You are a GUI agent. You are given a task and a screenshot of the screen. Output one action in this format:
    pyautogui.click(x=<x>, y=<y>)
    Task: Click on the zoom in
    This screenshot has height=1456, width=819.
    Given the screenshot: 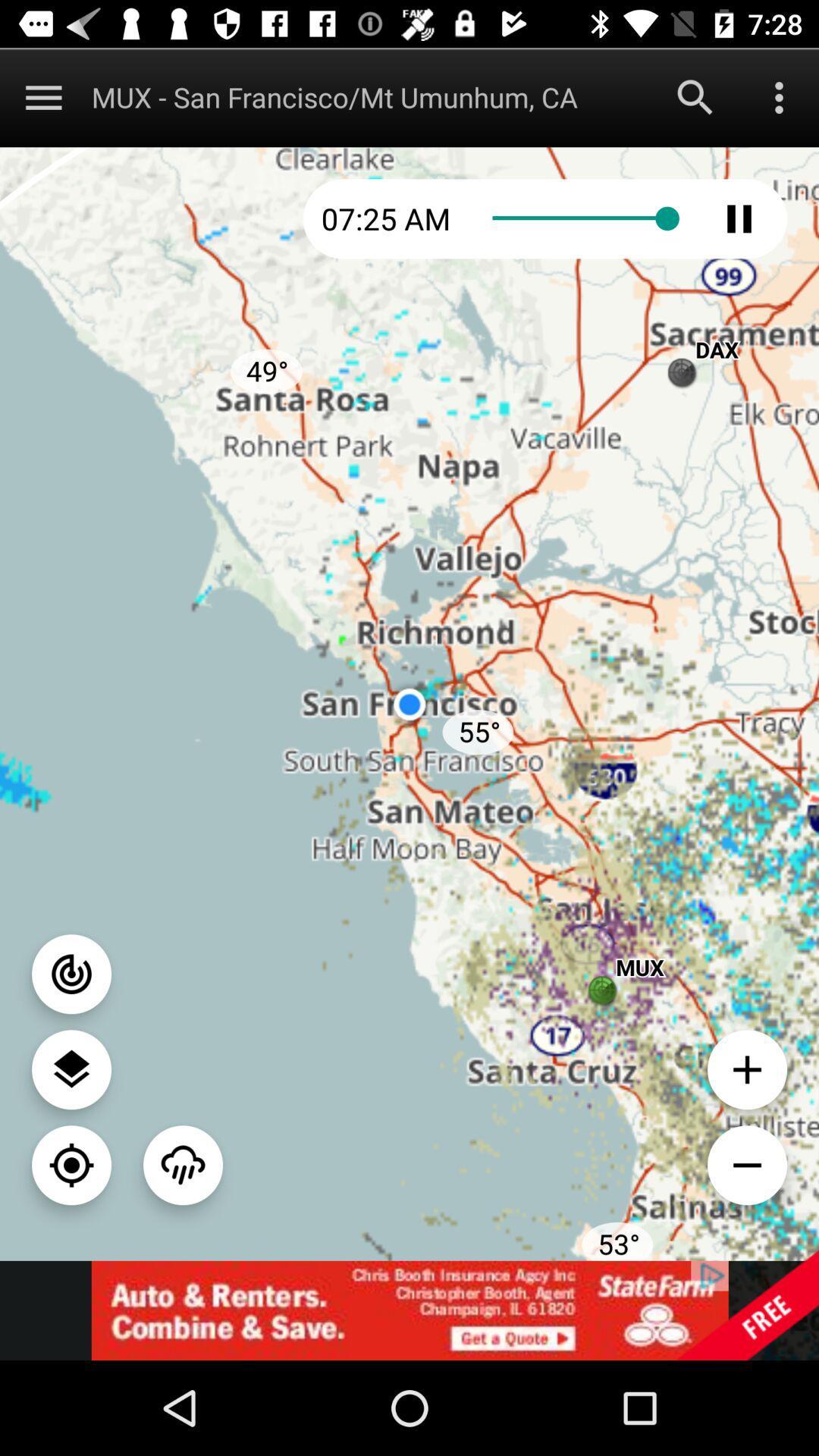 What is the action you would take?
    pyautogui.click(x=746, y=1068)
    